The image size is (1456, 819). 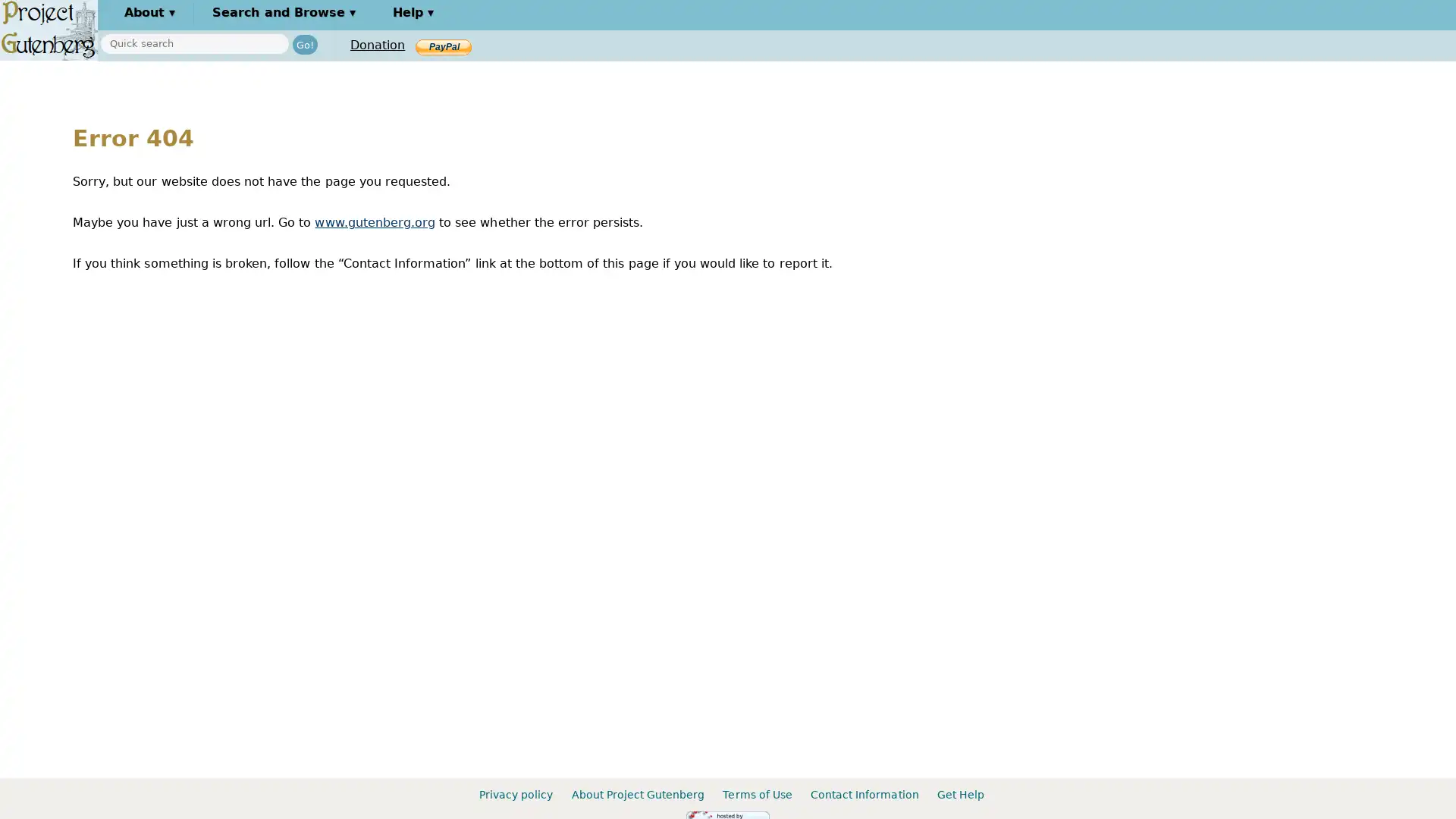 What do you see at coordinates (304, 43) in the screenshot?
I see `Go!` at bounding box center [304, 43].